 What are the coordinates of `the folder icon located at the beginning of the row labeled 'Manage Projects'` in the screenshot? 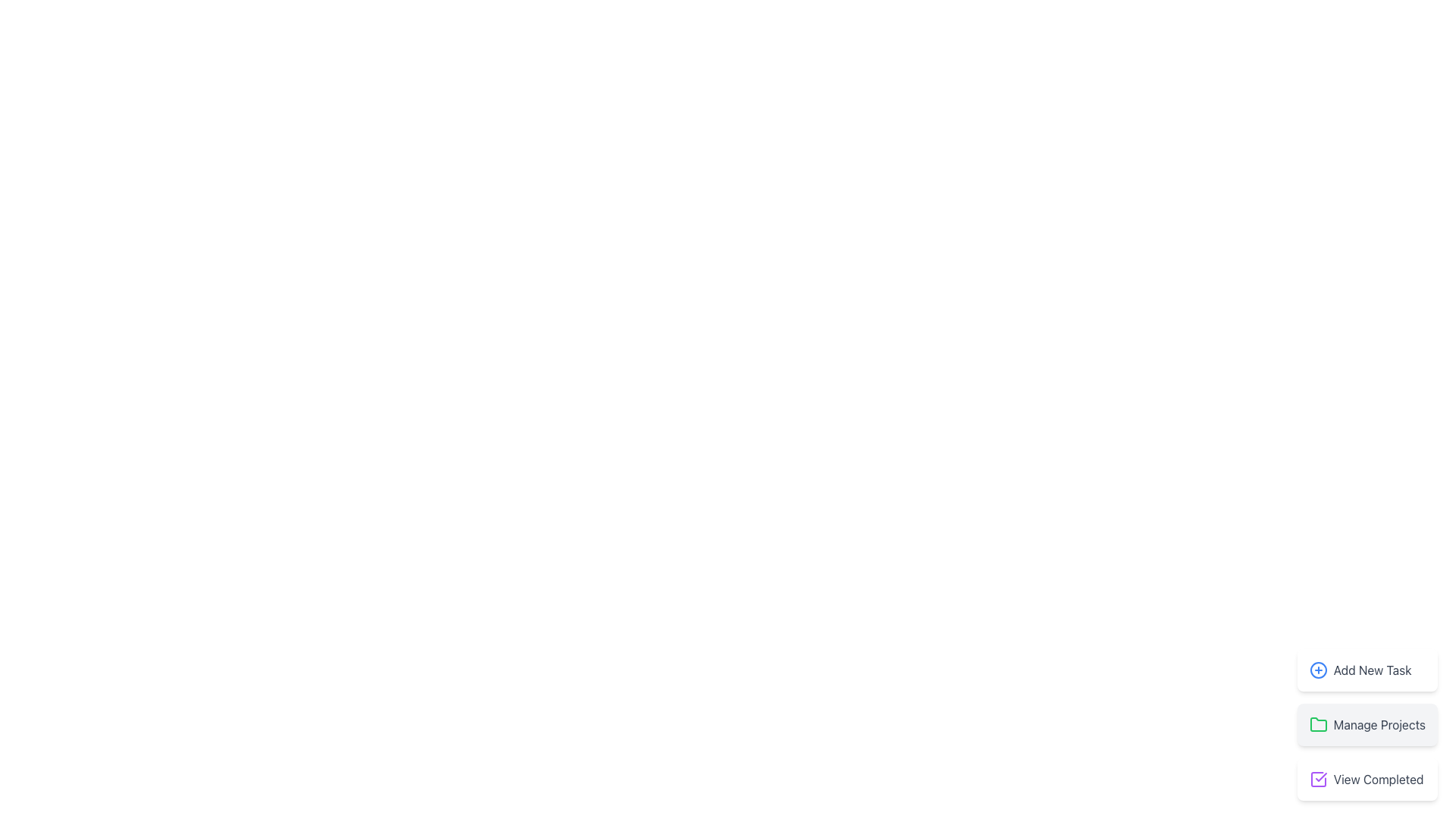 It's located at (1317, 724).